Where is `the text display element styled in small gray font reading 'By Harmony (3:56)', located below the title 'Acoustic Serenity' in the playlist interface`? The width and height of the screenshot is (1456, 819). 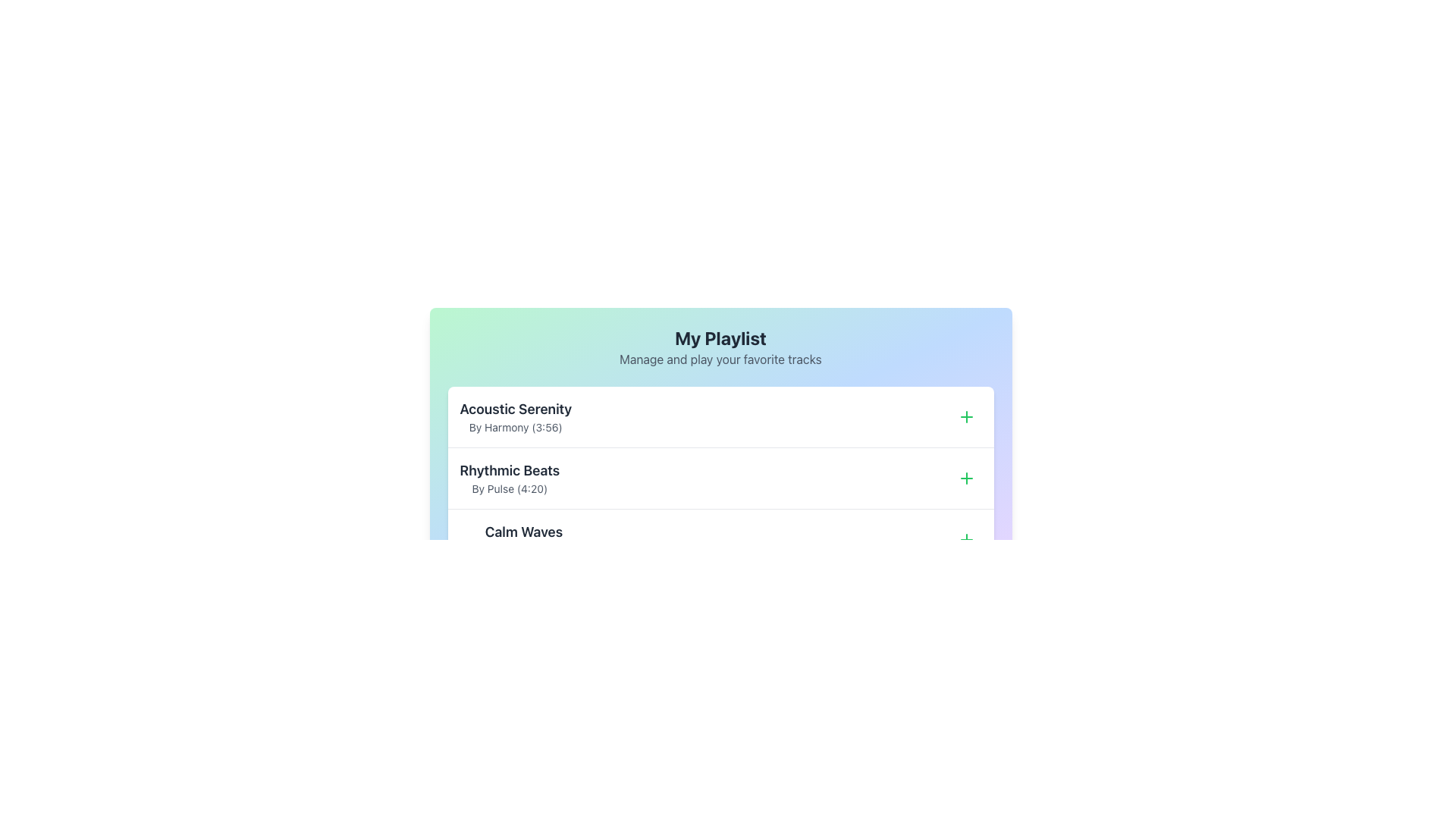 the text display element styled in small gray font reading 'By Harmony (3:56)', located below the title 'Acoustic Serenity' in the playlist interface is located at coordinates (516, 427).